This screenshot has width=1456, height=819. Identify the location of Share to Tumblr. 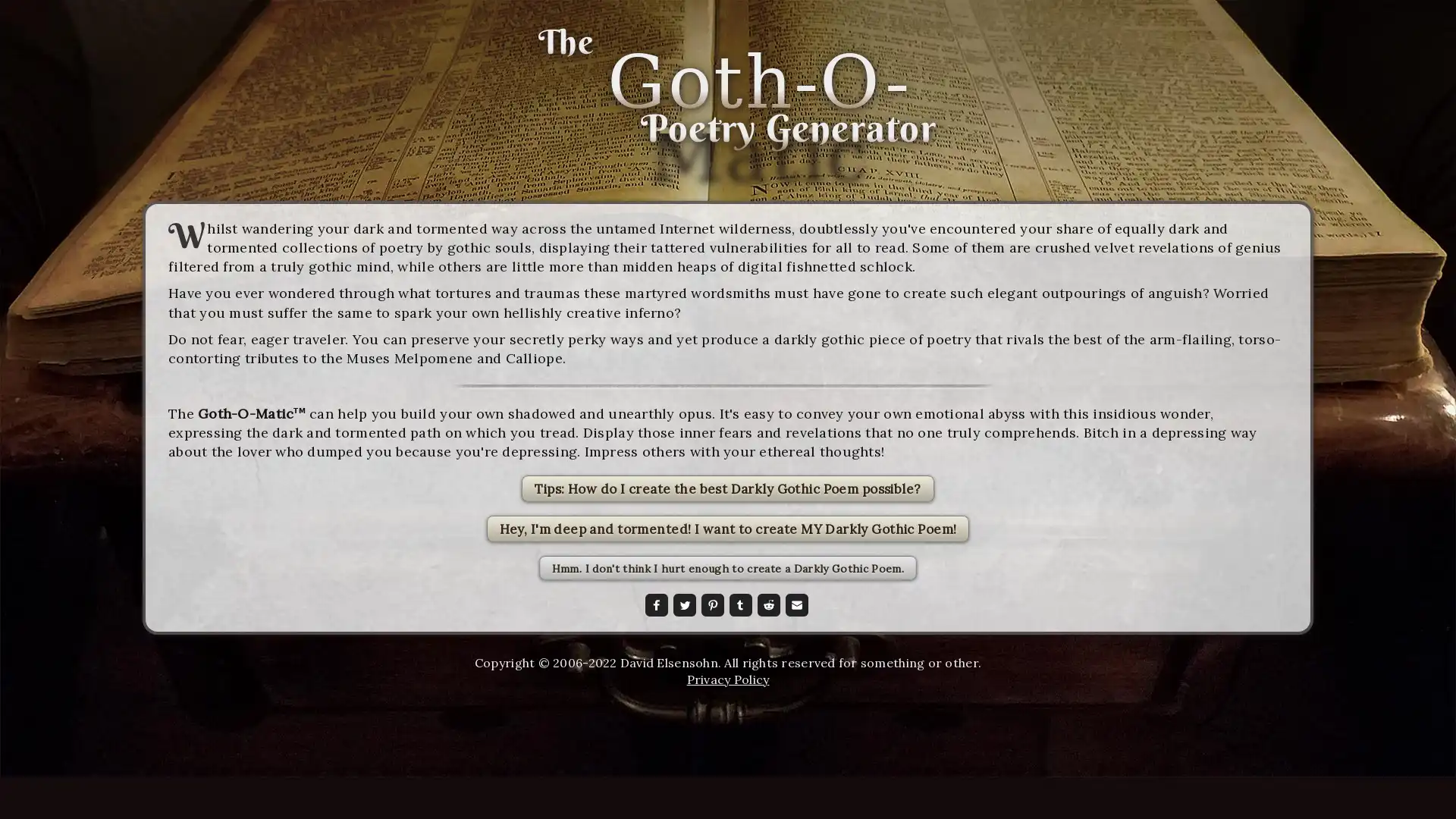
(741, 604).